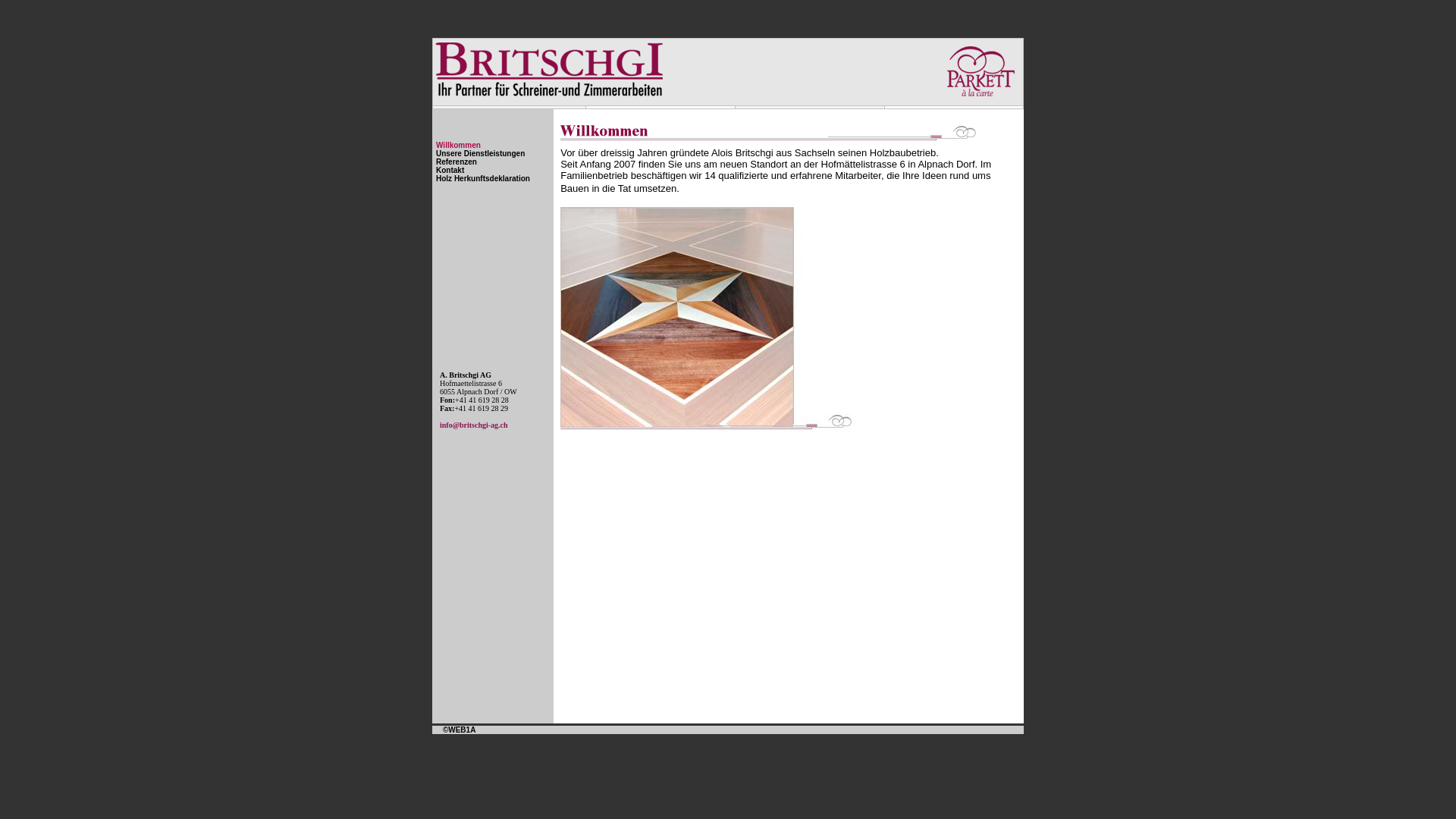 This screenshot has height=819, width=1456. Describe the element at coordinates (435, 145) in the screenshot. I see `'Willkommen'` at that location.